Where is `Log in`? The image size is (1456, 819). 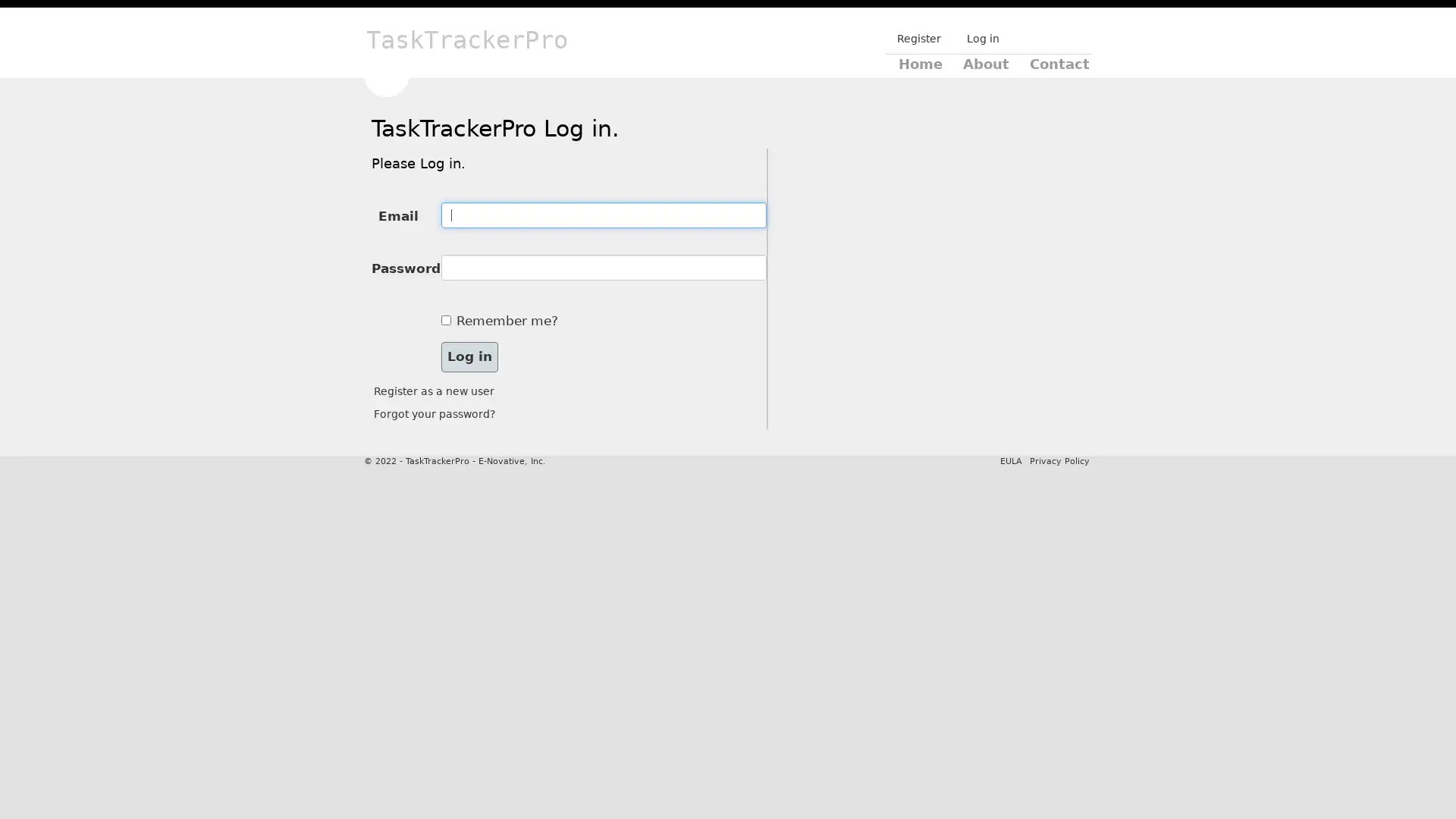 Log in is located at coordinates (468, 356).